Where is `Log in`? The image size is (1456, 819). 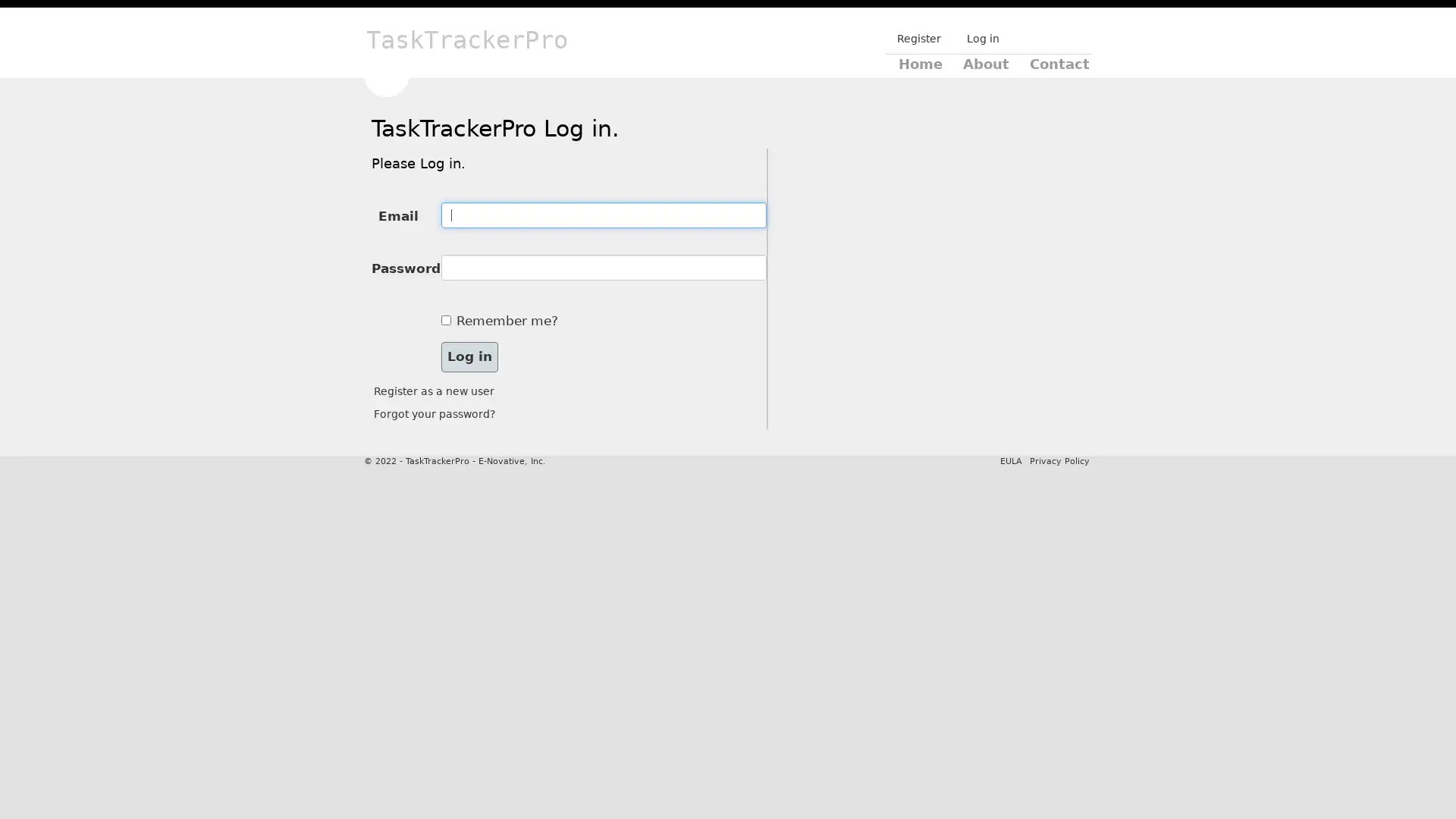 Log in is located at coordinates (468, 356).